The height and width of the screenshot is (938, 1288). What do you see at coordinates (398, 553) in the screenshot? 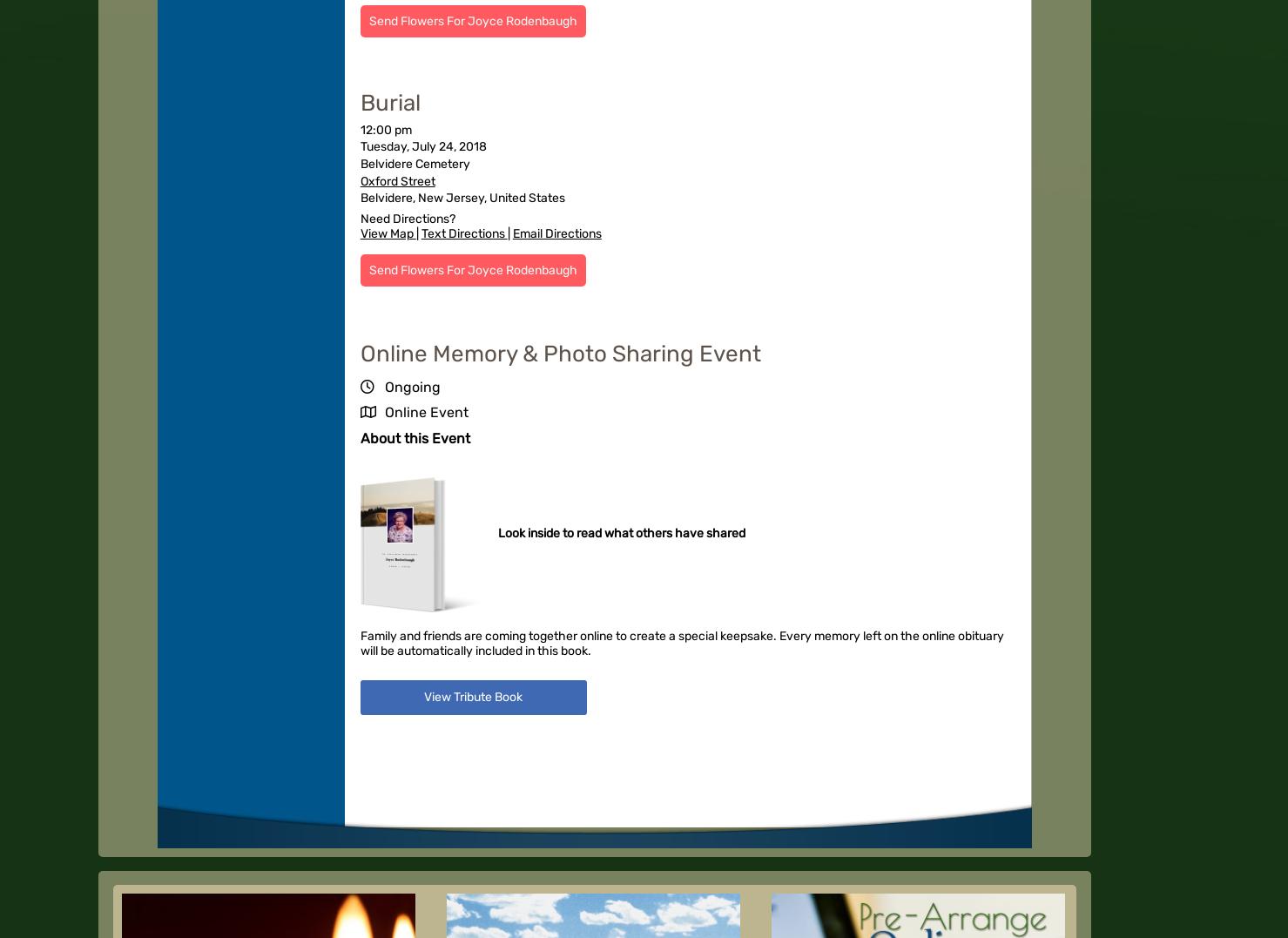
I see `'In Loving Memory'` at bounding box center [398, 553].